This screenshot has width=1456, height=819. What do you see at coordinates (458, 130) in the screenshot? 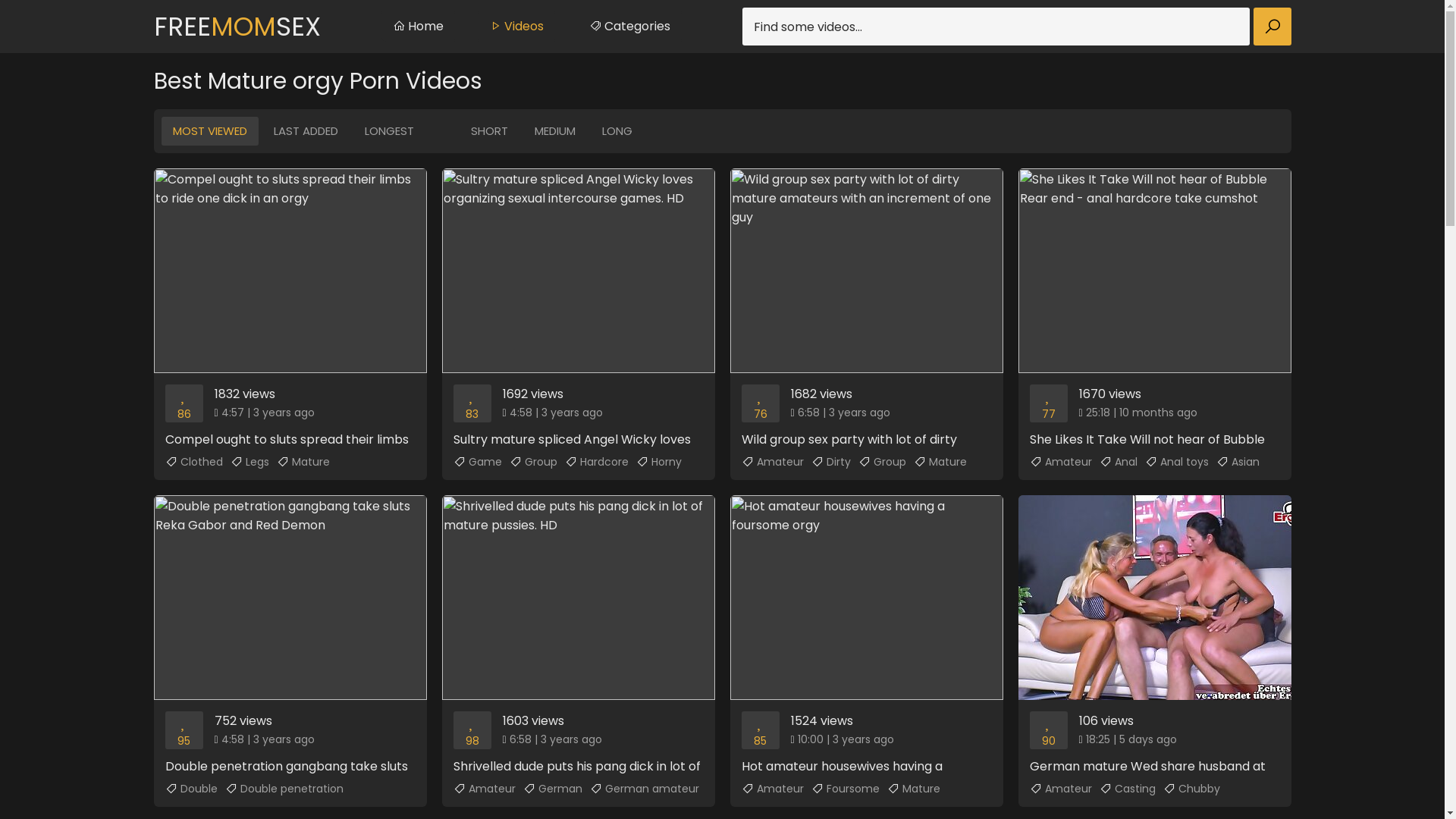
I see `'SHORT'` at bounding box center [458, 130].